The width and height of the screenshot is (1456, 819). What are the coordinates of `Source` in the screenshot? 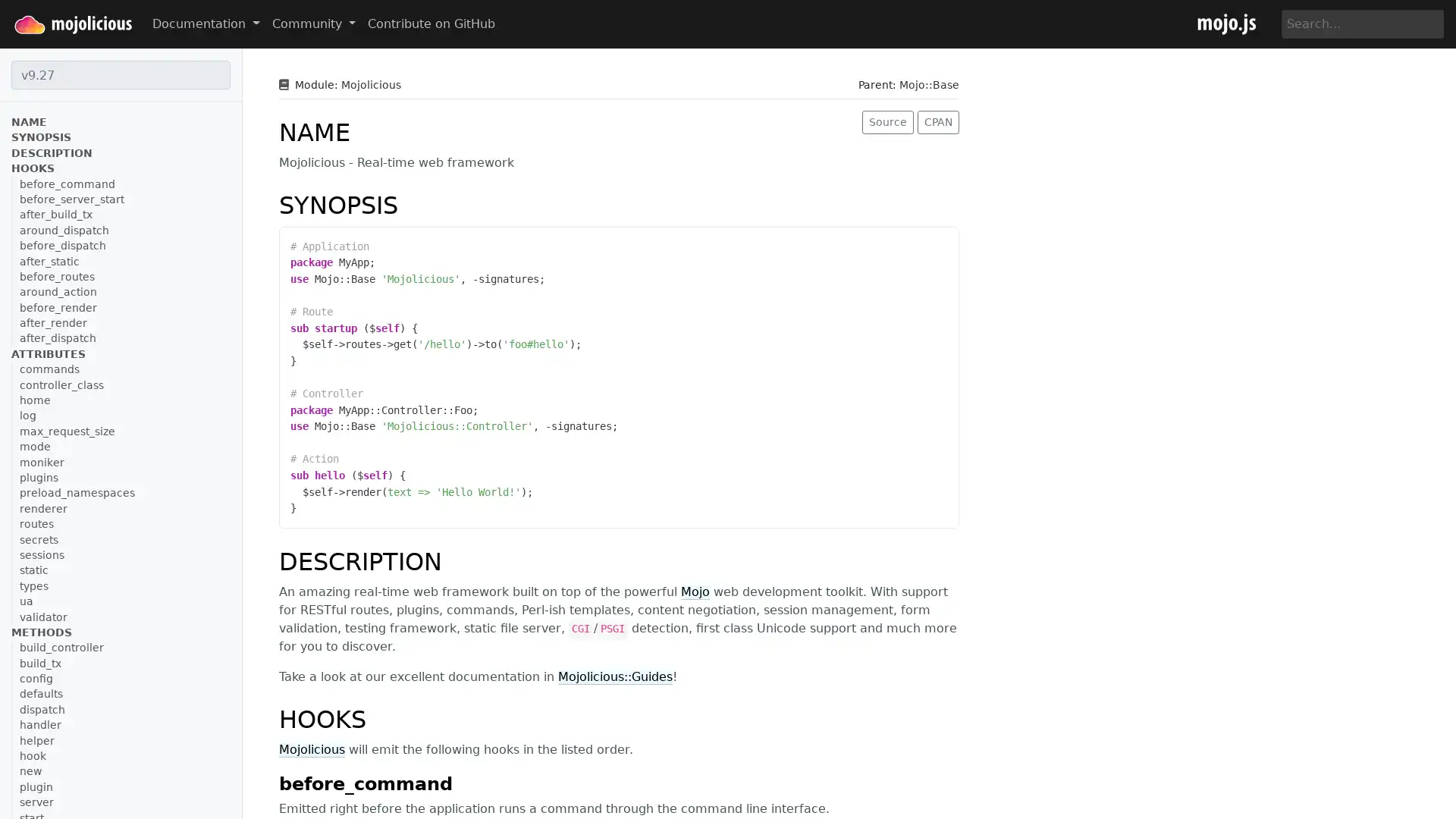 It's located at (888, 121).